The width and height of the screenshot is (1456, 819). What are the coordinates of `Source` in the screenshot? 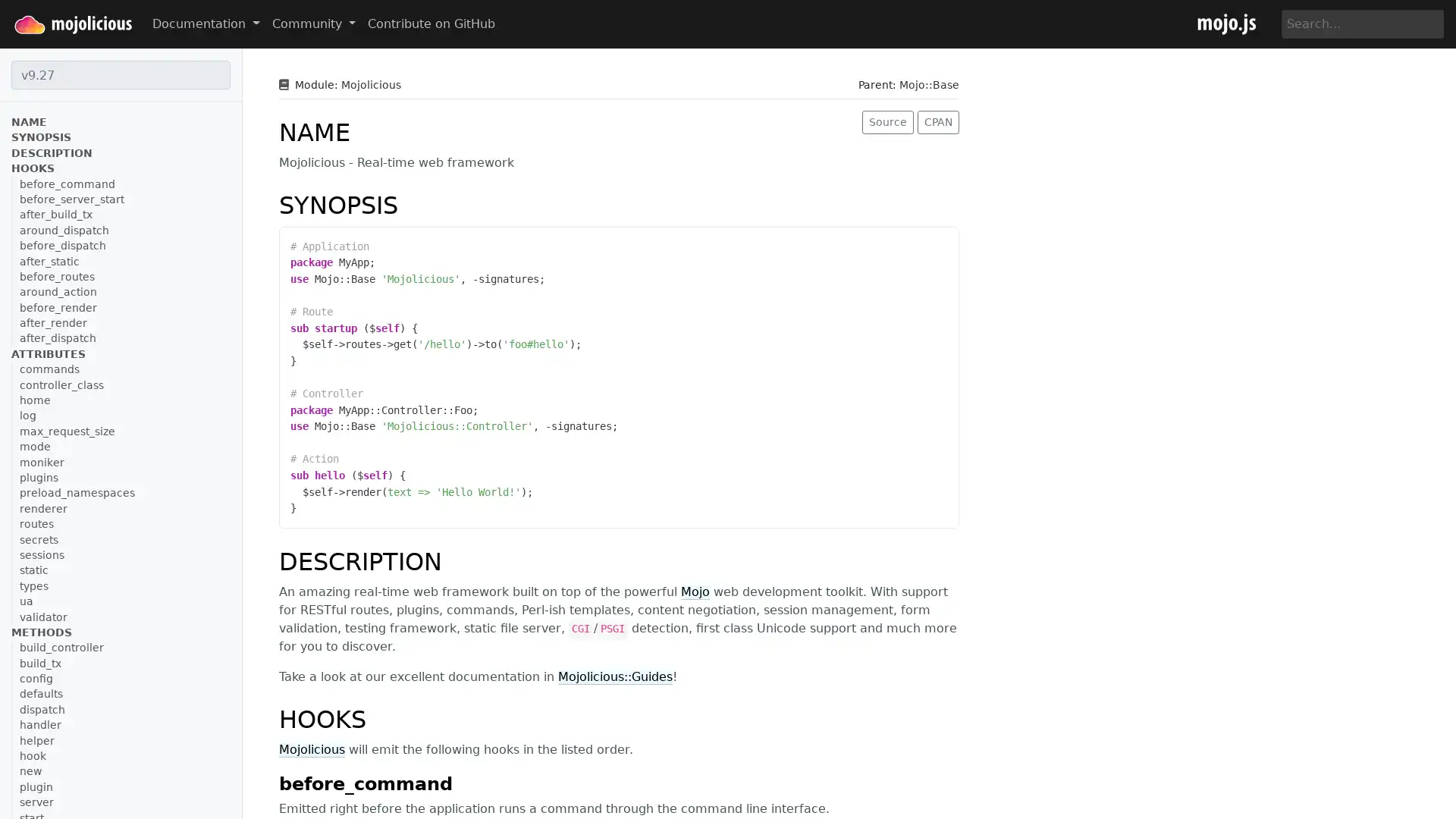 It's located at (888, 121).